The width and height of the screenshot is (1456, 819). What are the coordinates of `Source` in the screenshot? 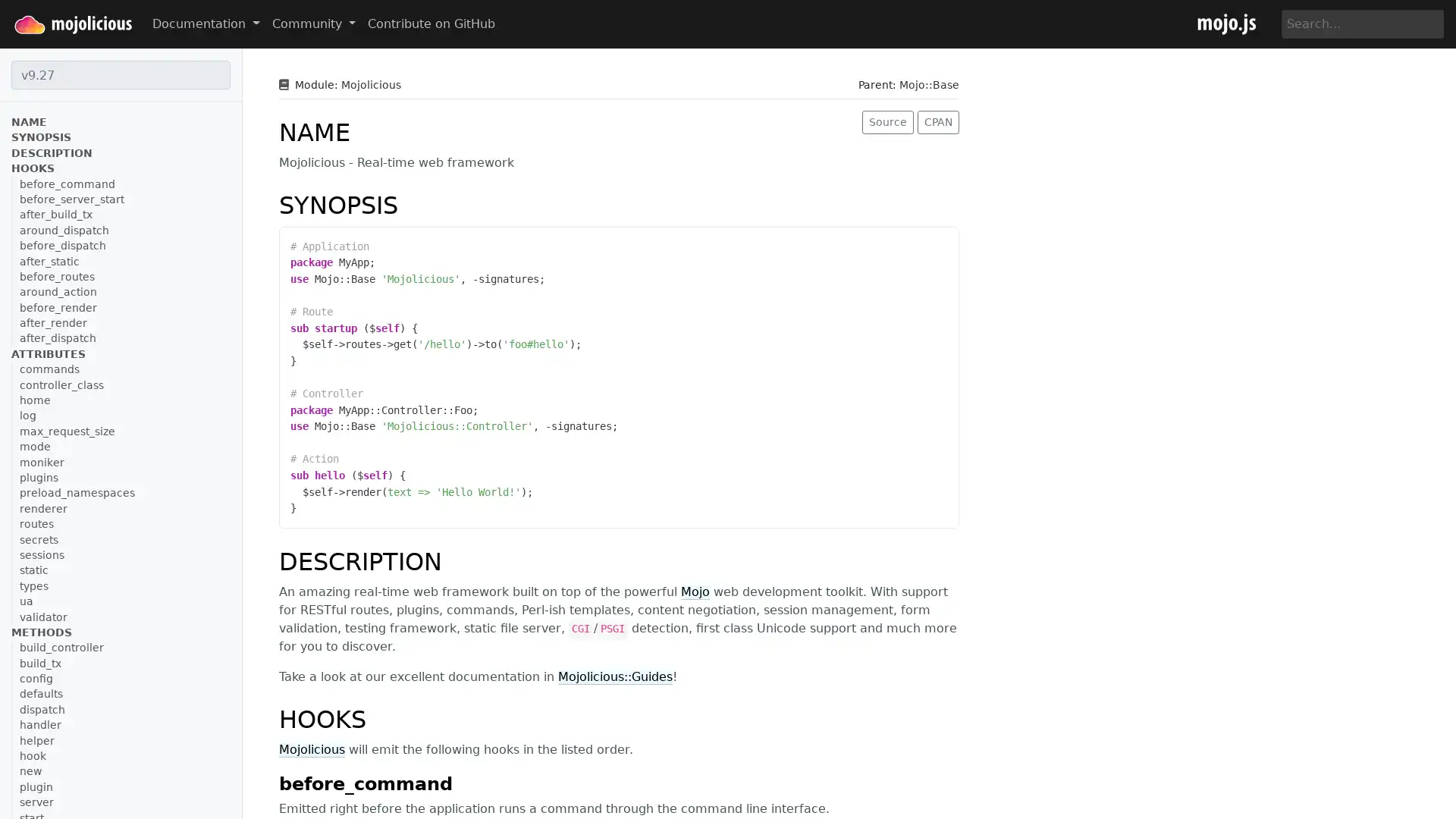 It's located at (888, 121).